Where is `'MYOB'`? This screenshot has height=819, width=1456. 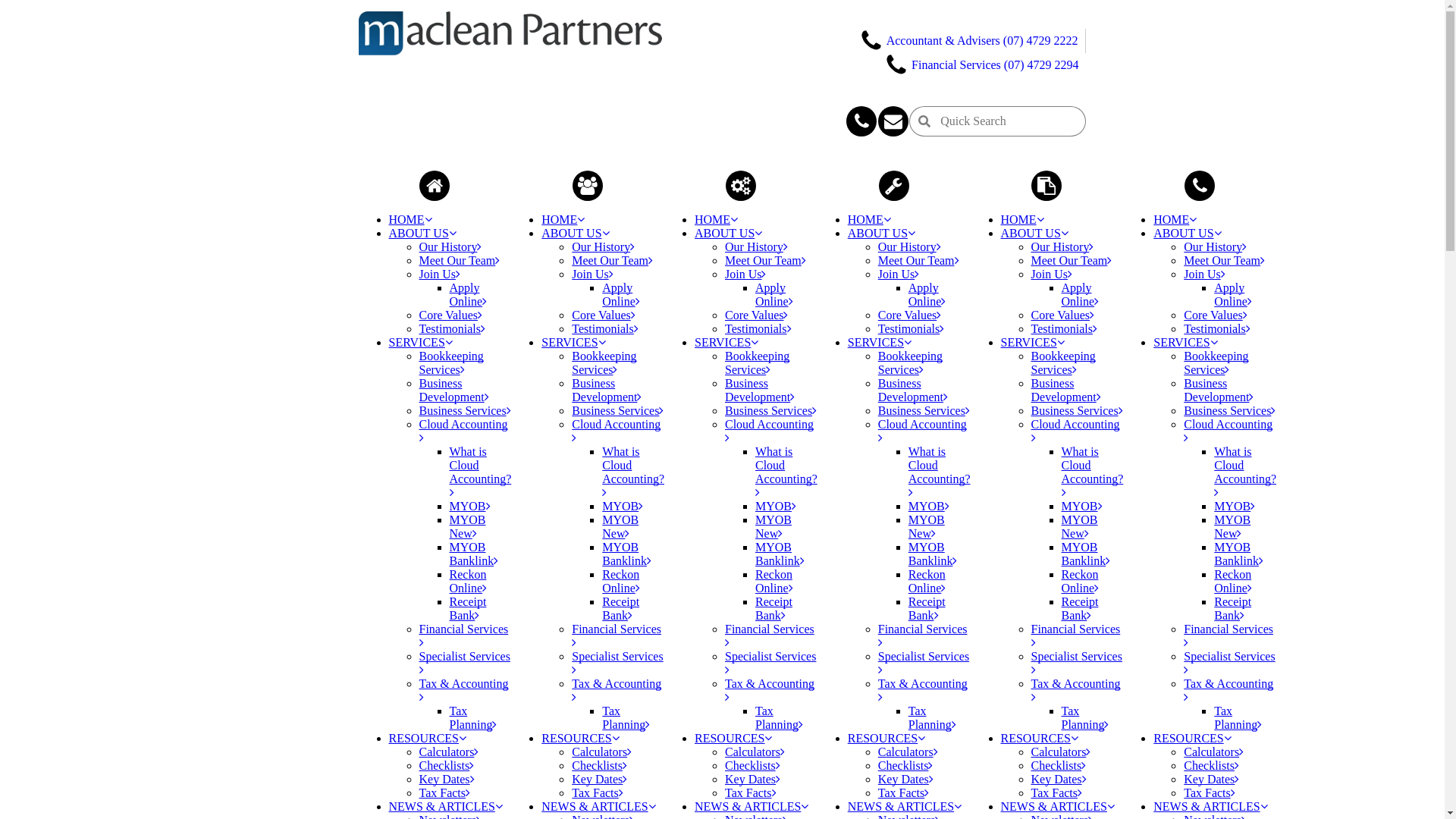
'MYOB' is located at coordinates (927, 506).